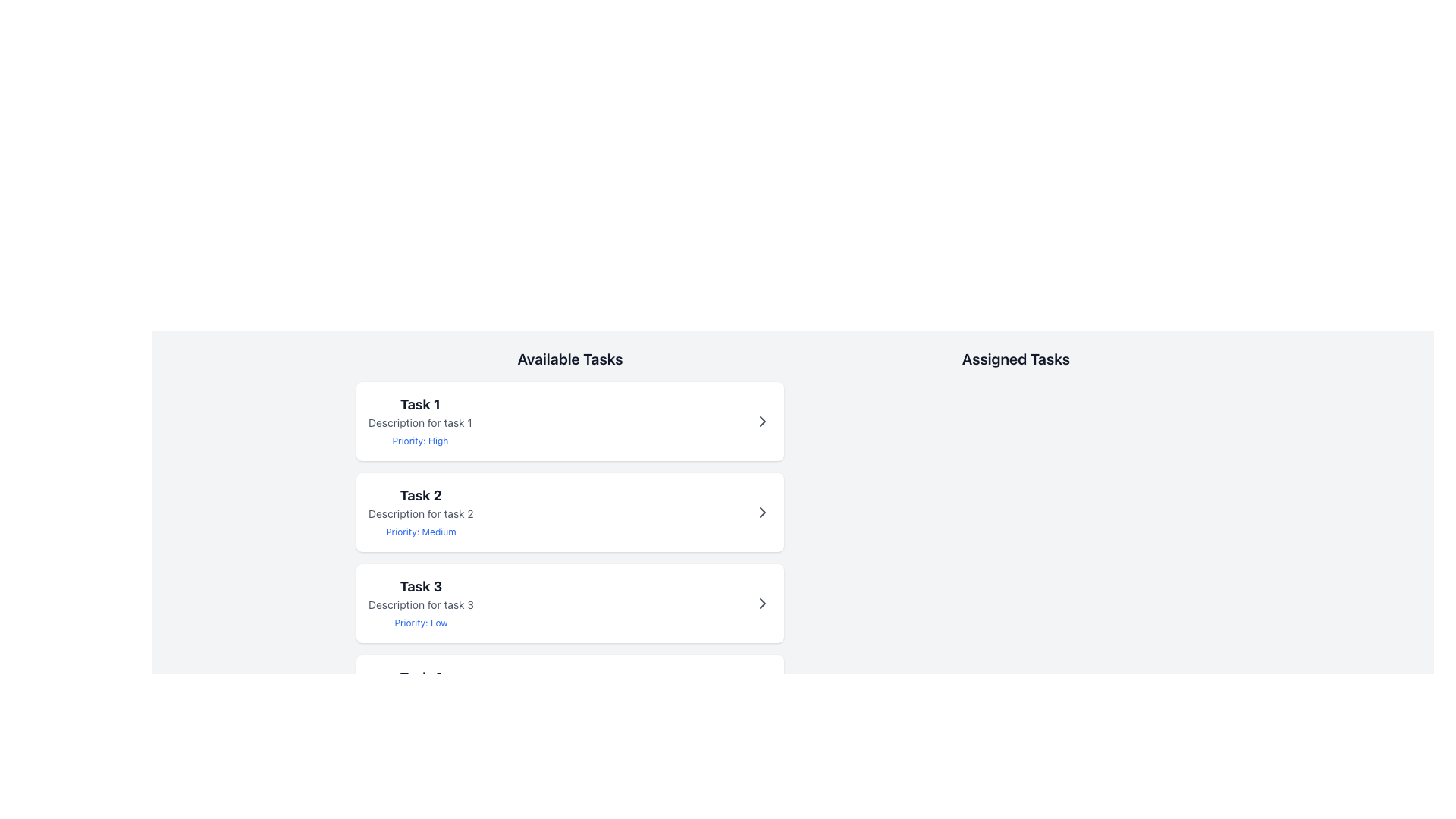 Image resolution: width=1456 pixels, height=819 pixels. Describe the element at coordinates (570, 359) in the screenshot. I see `text label that serves as the header for the 'Available Tasks' section, located at the top of the task list` at that location.